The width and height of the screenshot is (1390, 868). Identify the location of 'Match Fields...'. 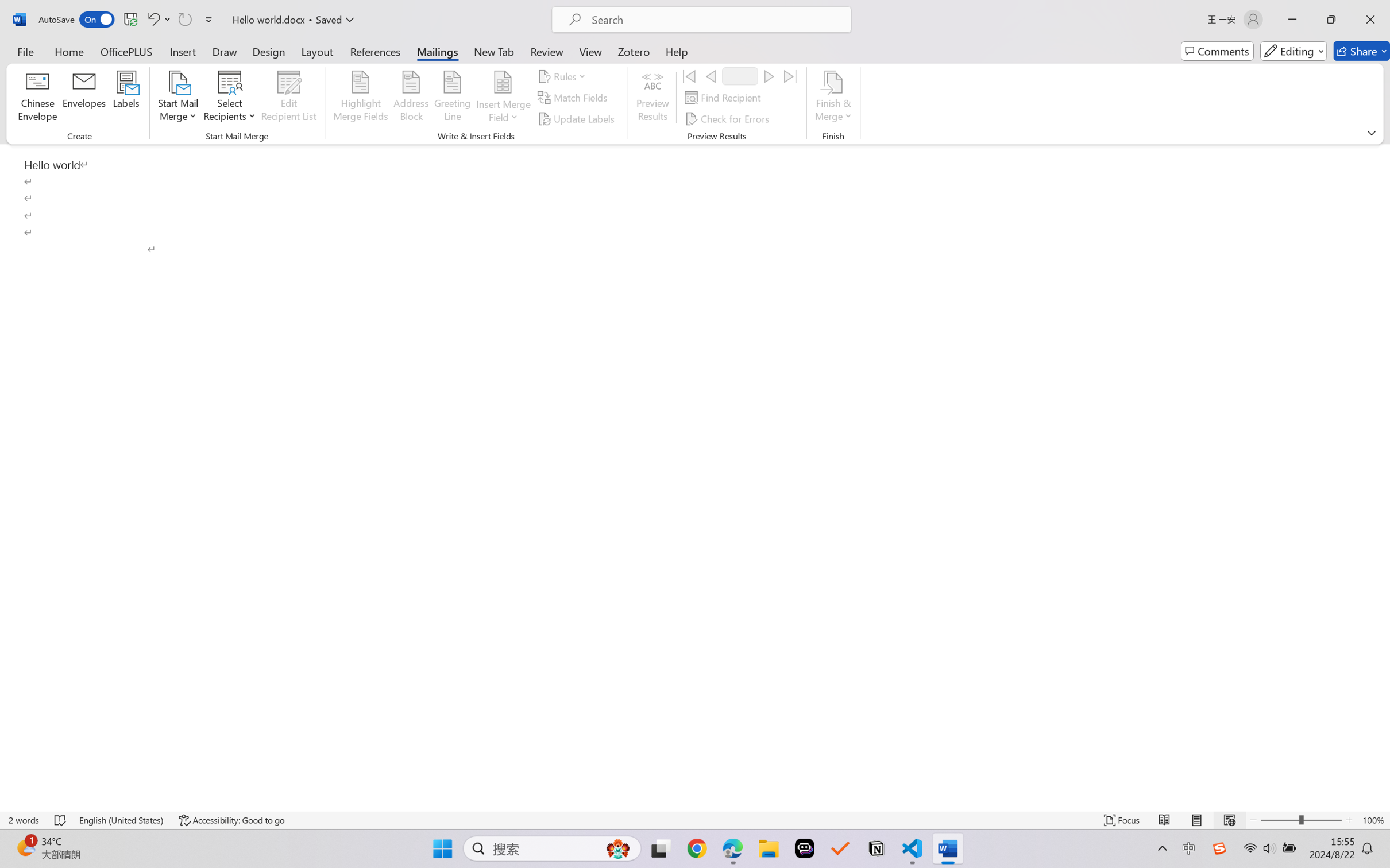
(573, 98).